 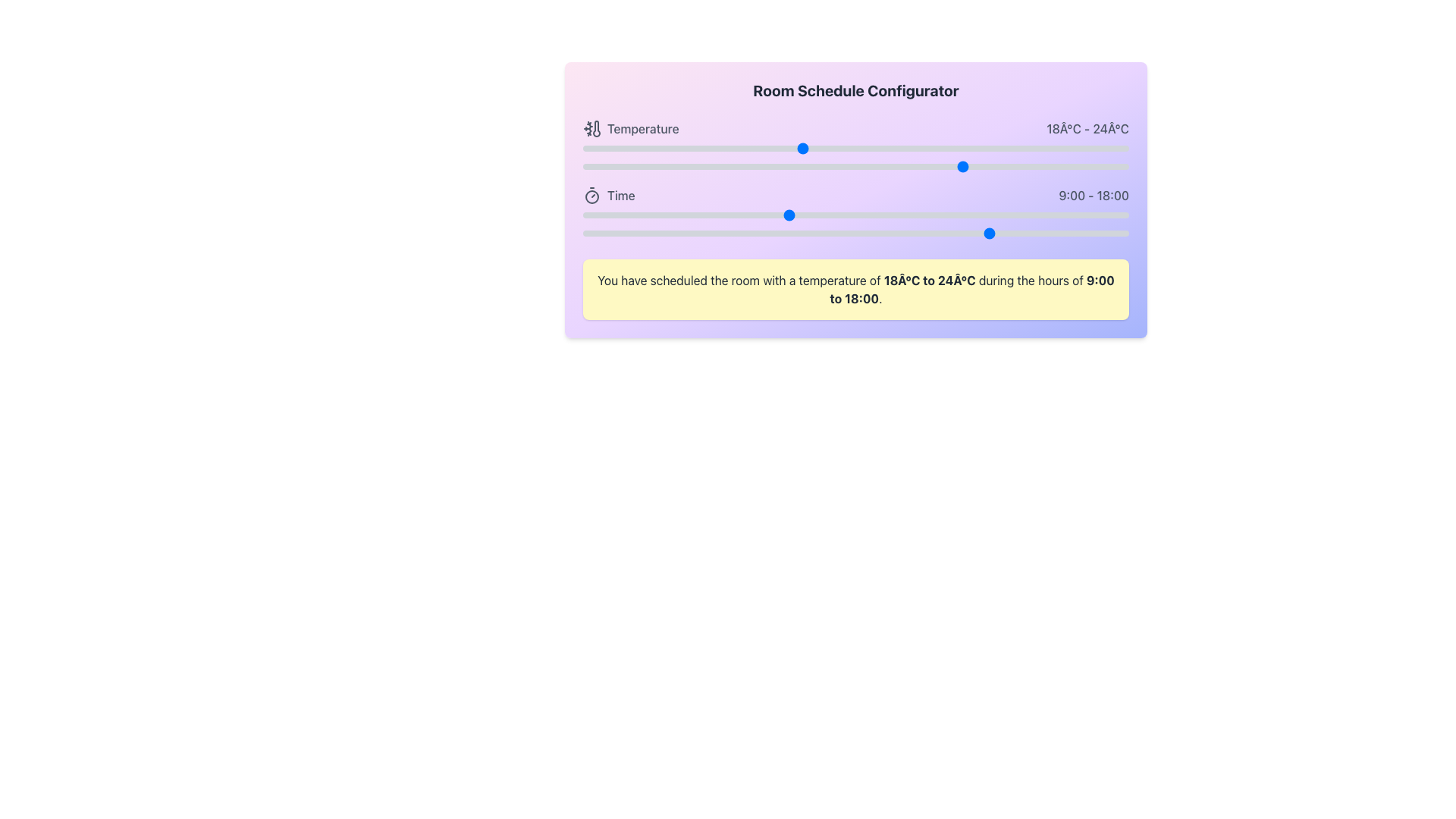 What do you see at coordinates (855, 213) in the screenshot?
I see `the Range selection slider labeled 'Time 9:00 - 18:00'` at bounding box center [855, 213].